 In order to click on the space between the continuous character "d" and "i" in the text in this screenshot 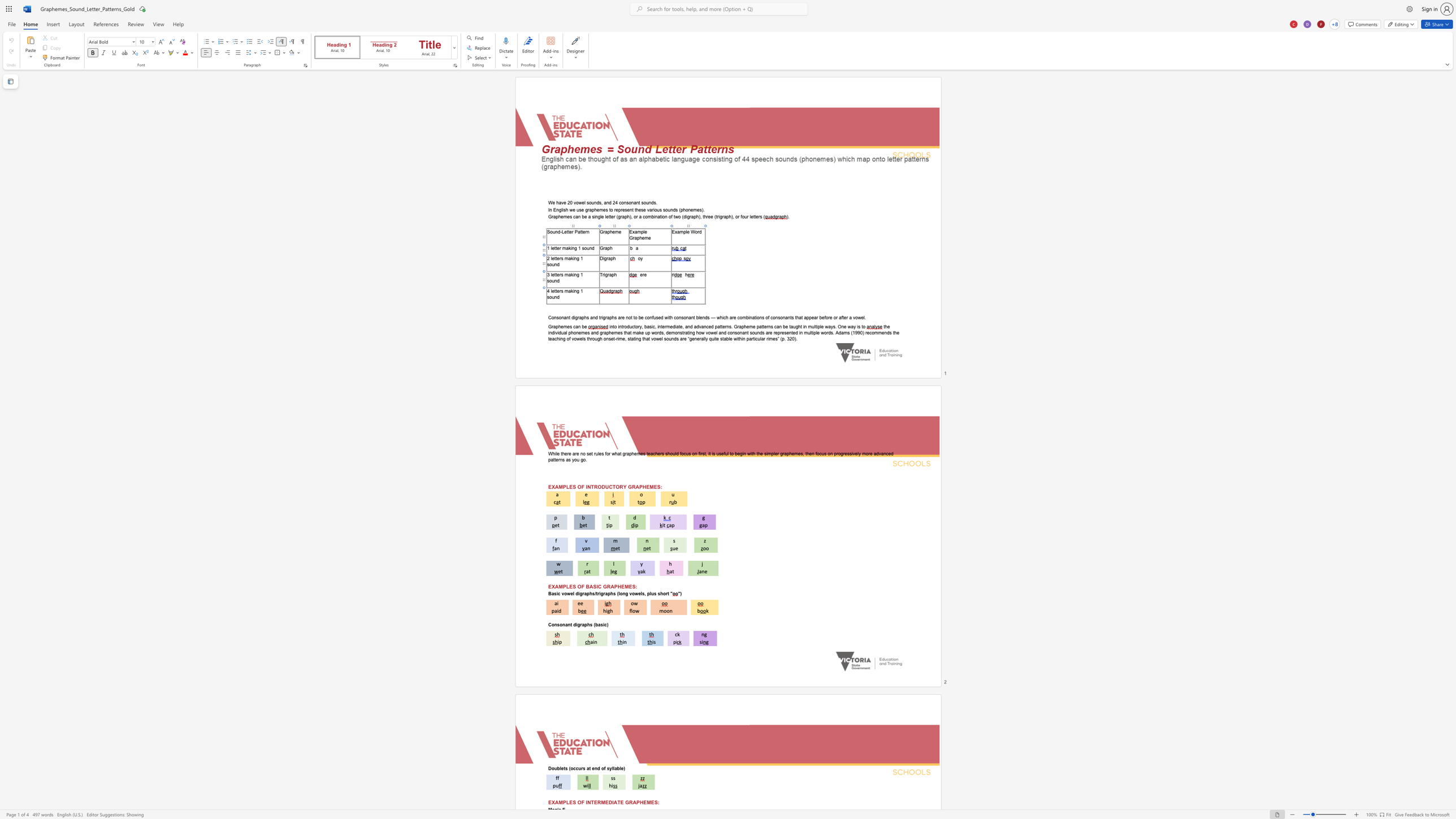, I will do `click(577, 593)`.